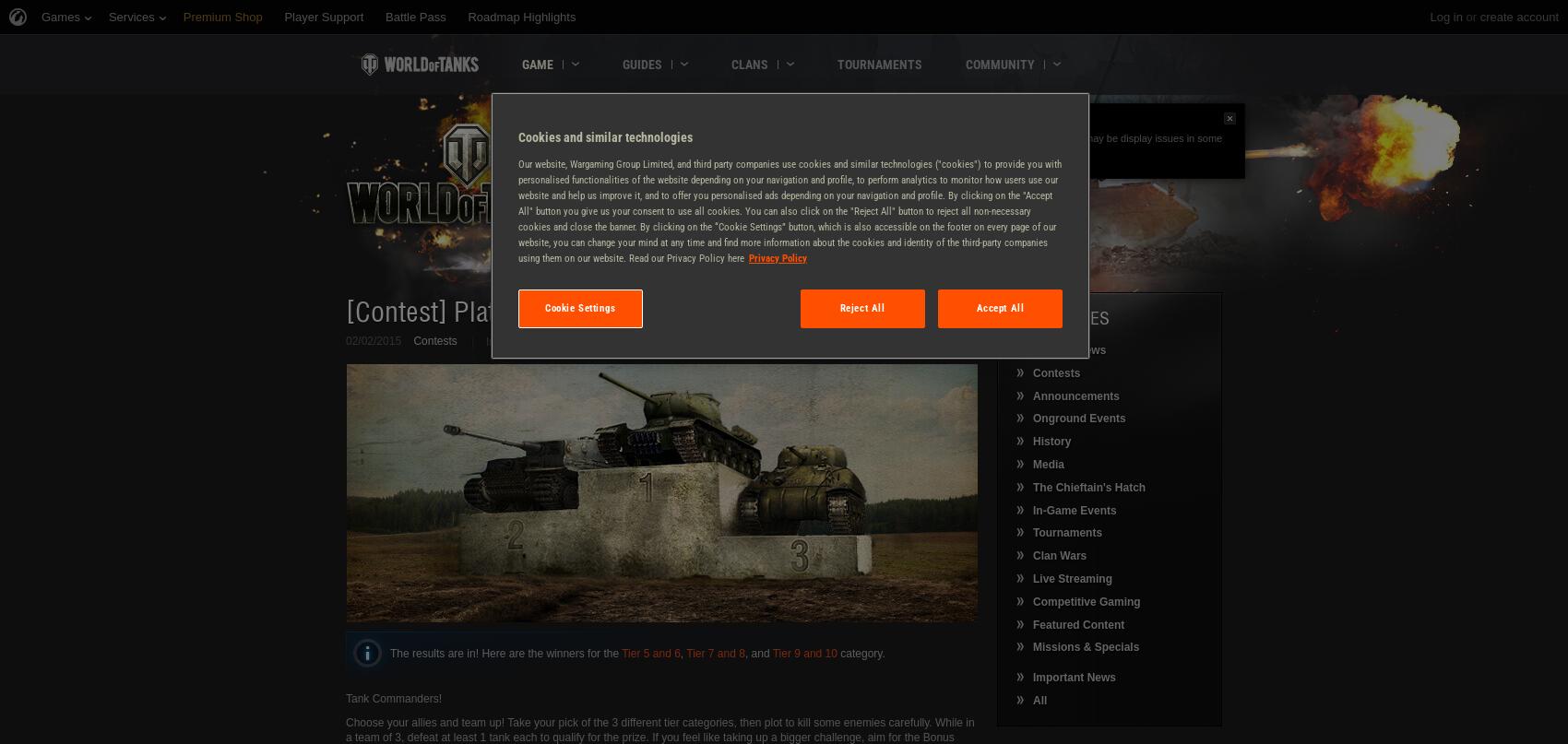 Image resolution: width=1568 pixels, height=744 pixels. What do you see at coordinates (714, 652) in the screenshot?
I see `'Tier 7 and 8'` at bounding box center [714, 652].